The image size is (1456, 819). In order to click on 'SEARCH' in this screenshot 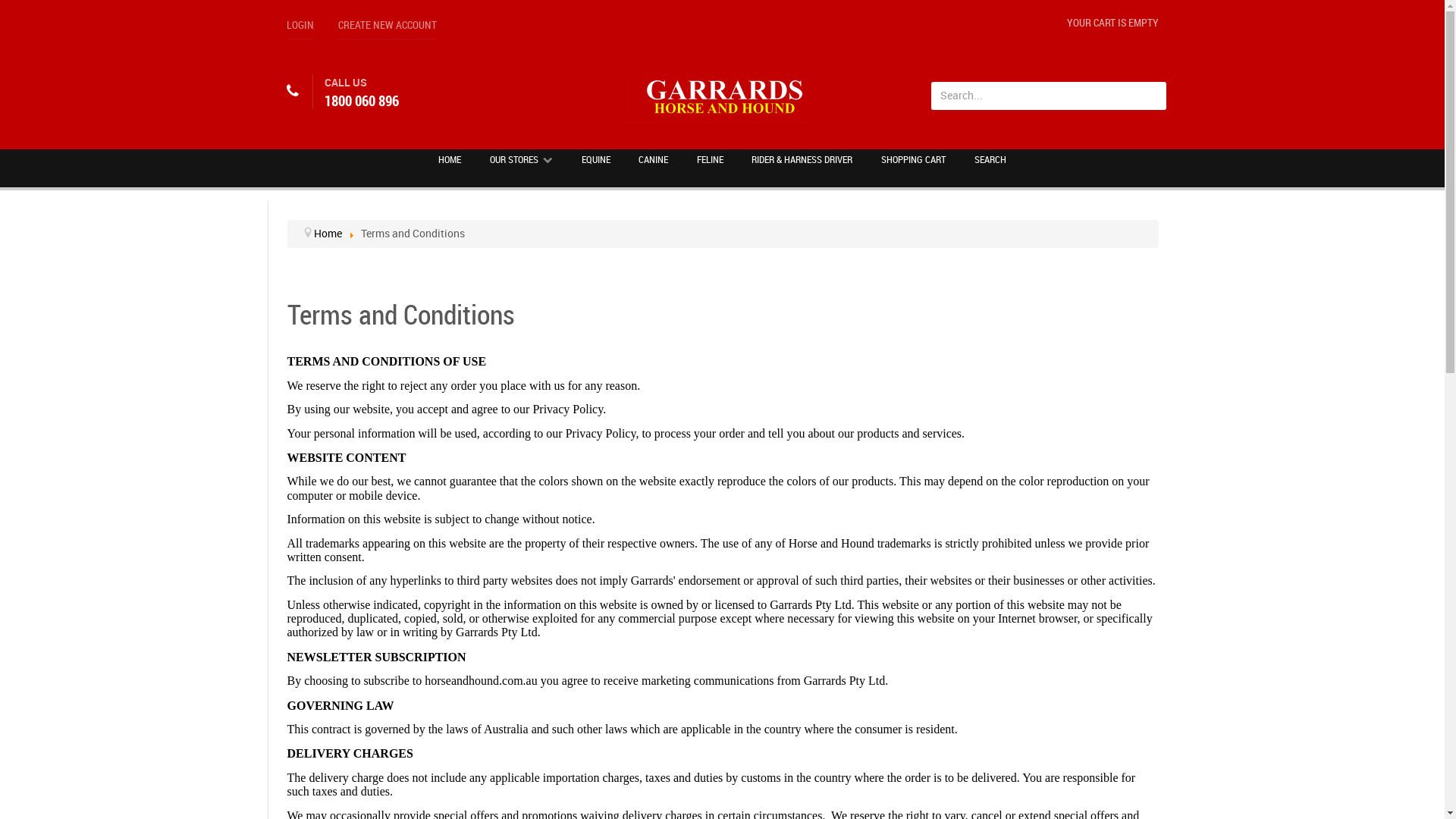, I will do `click(990, 159)`.